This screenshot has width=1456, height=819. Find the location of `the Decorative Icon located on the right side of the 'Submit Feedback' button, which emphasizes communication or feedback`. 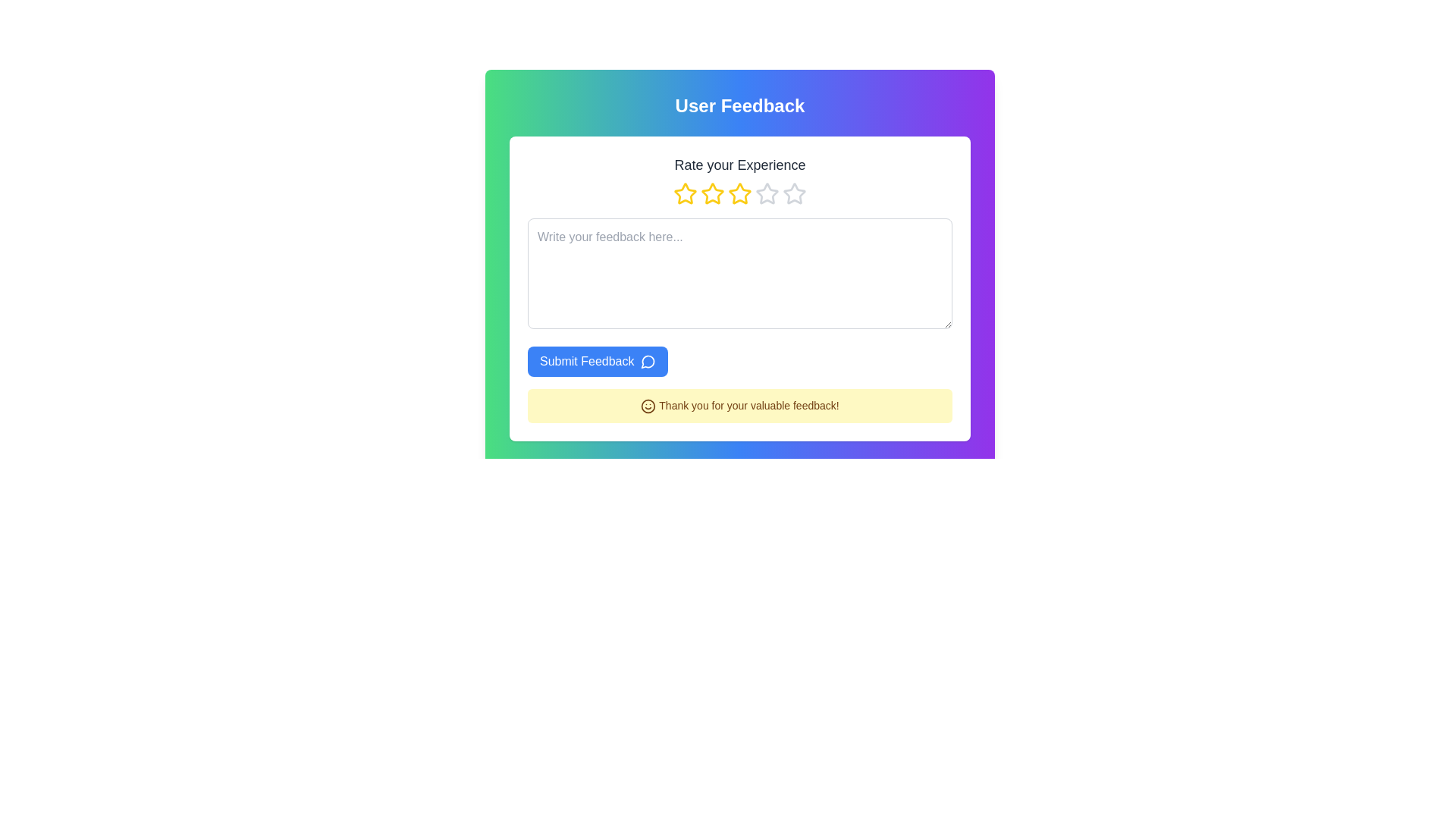

the Decorative Icon located on the right side of the 'Submit Feedback' button, which emphasizes communication or feedback is located at coordinates (648, 362).